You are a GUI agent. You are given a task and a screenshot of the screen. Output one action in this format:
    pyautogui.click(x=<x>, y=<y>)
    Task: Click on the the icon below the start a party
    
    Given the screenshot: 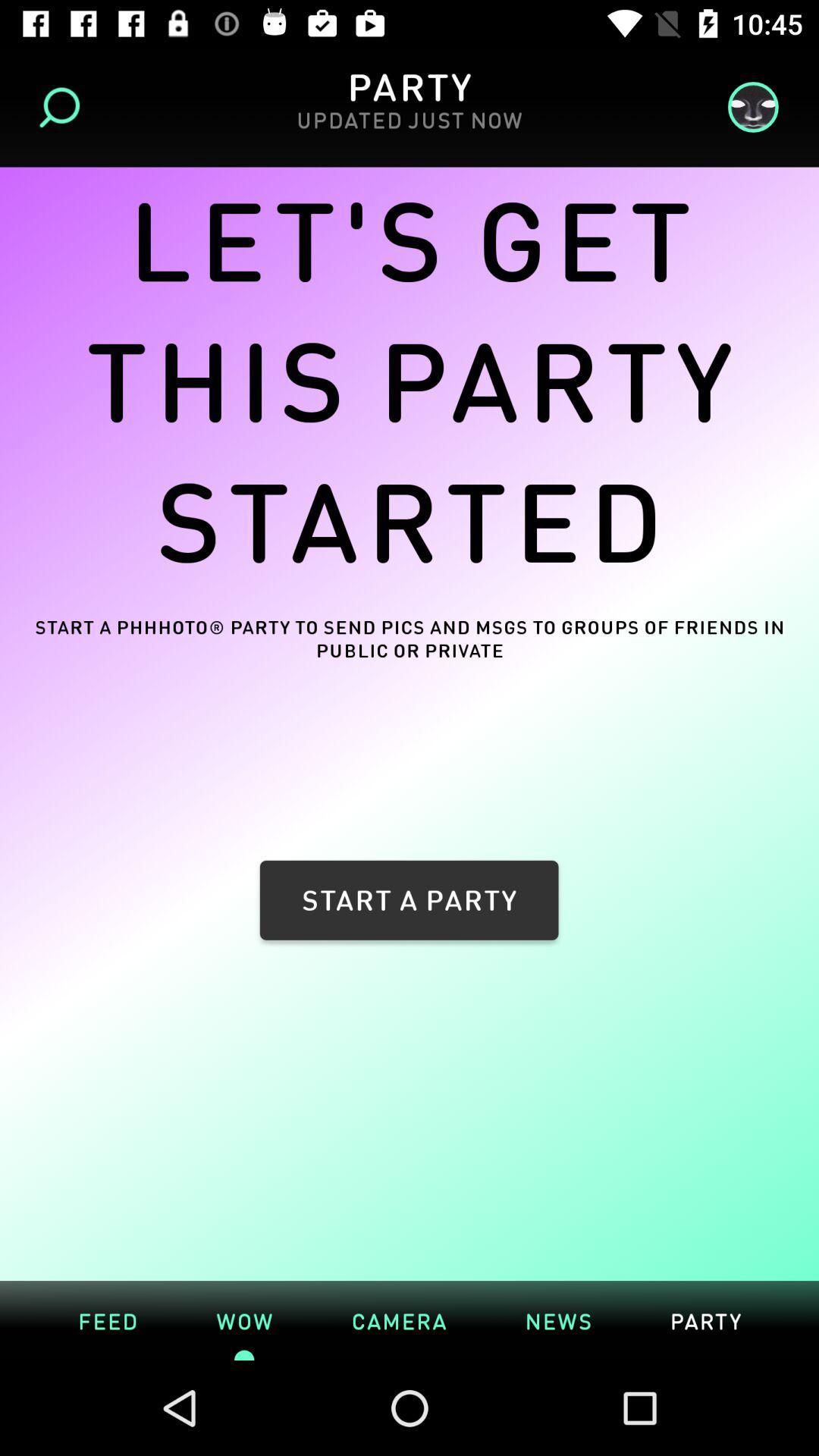 What is the action you would take?
    pyautogui.click(x=409, y=1273)
    